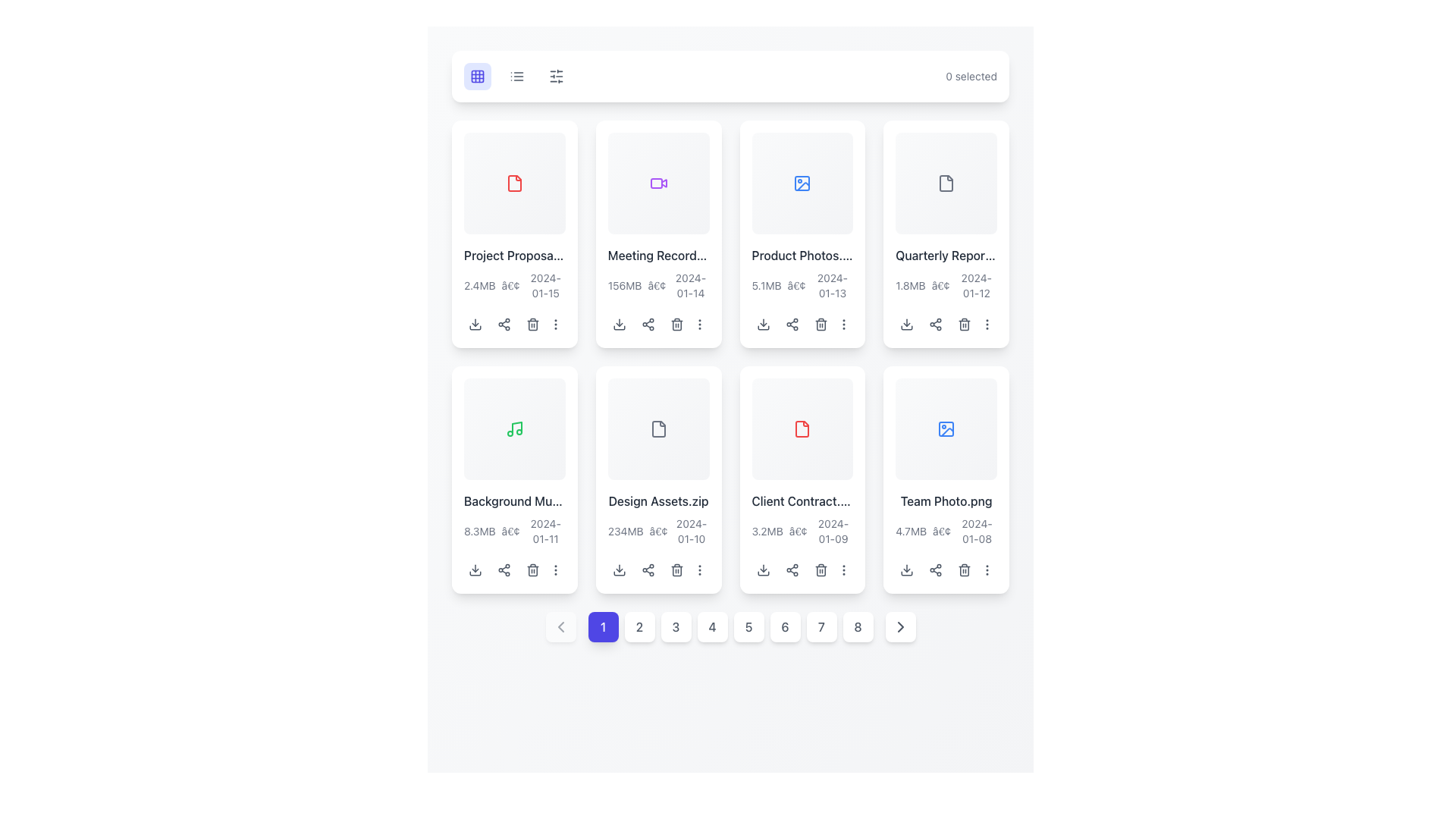 The image size is (1456, 819). What do you see at coordinates (946, 182) in the screenshot?
I see `the passive icon representing a file in the fourth grid item of the first row, which aids in user navigation and recognition` at bounding box center [946, 182].